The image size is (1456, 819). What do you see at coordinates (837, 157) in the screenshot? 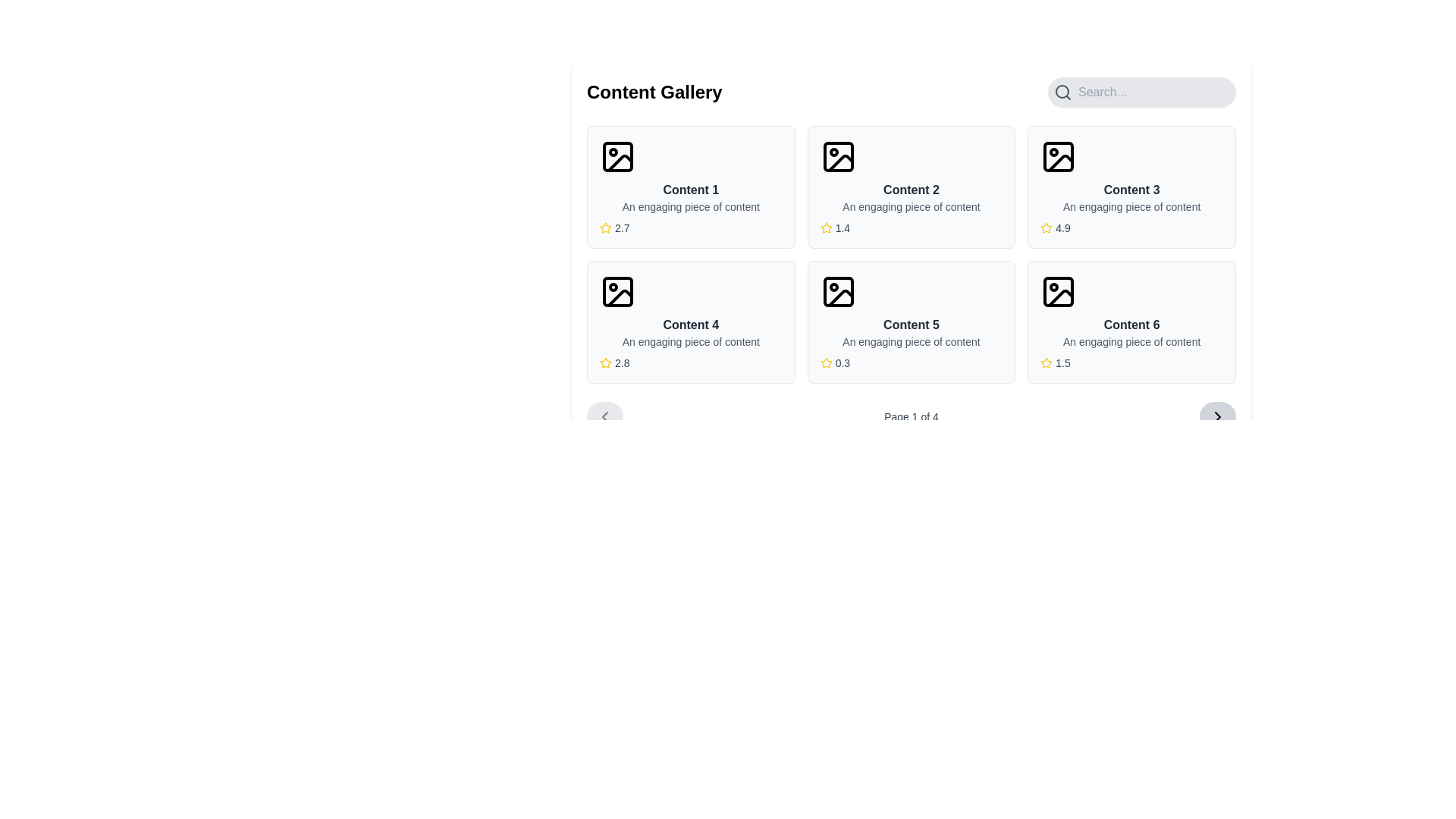
I see `the graphical icon component, which is a black rectangle with rounded corners located in the top-center card of the 'Content Gallery' grid layout` at bounding box center [837, 157].